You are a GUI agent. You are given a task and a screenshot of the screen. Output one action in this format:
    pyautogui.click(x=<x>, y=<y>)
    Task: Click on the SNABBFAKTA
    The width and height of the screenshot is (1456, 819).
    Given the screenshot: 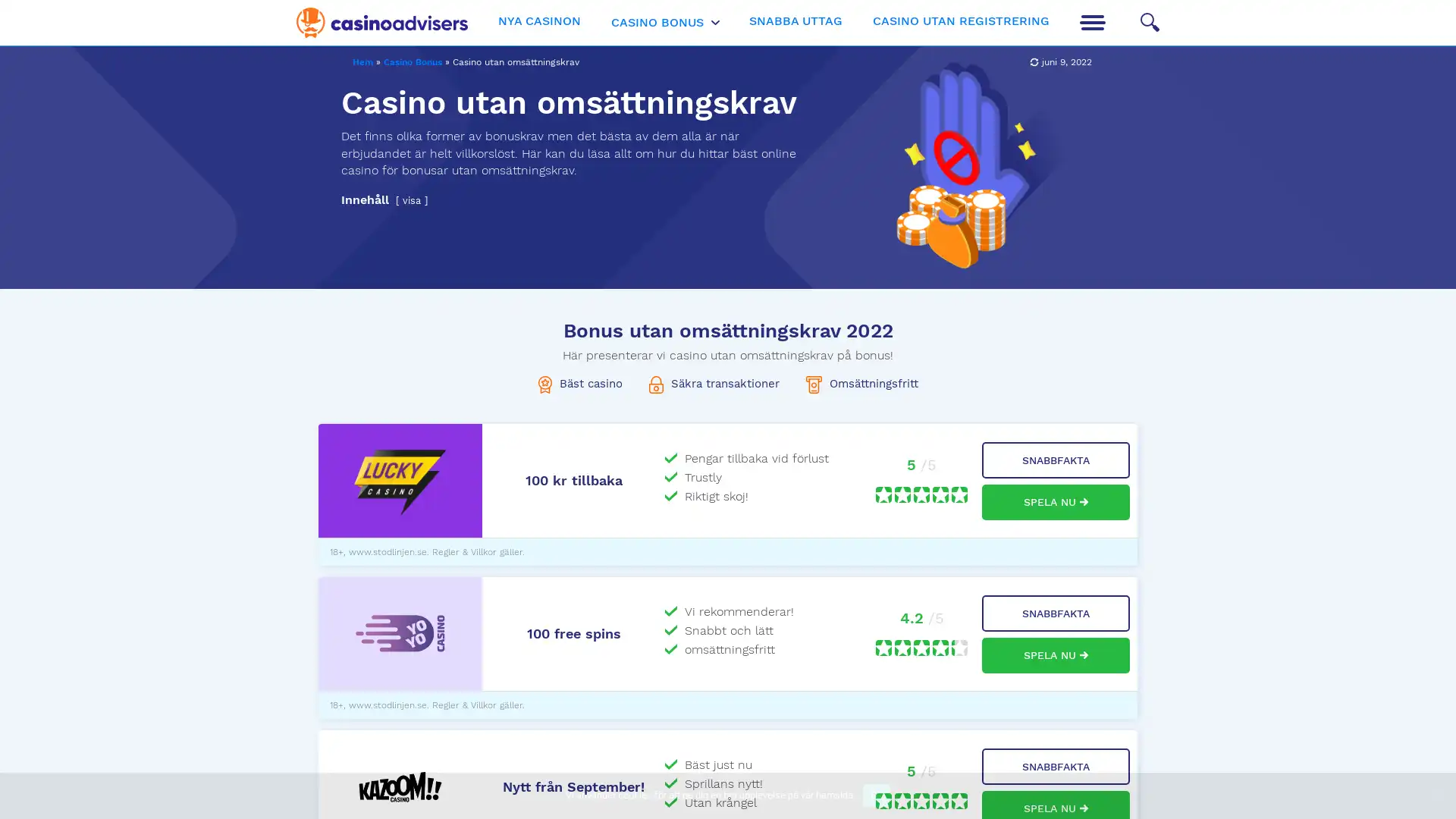 What is the action you would take?
    pyautogui.click(x=1054, y=459)
    